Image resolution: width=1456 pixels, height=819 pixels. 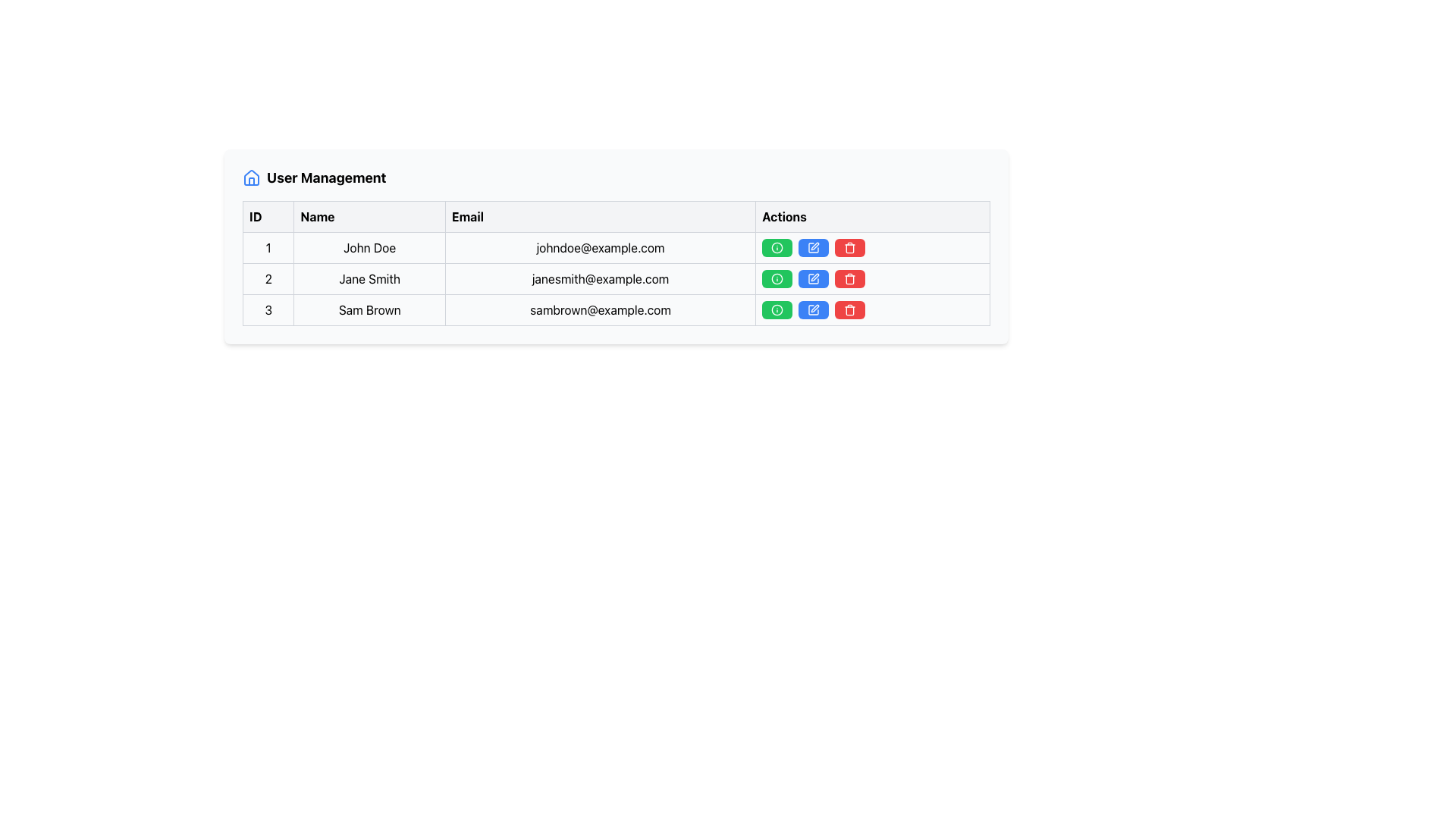 I want to click on the delete button located in the 'Actions' column of the first row of the table, so click(x=850, y=247).